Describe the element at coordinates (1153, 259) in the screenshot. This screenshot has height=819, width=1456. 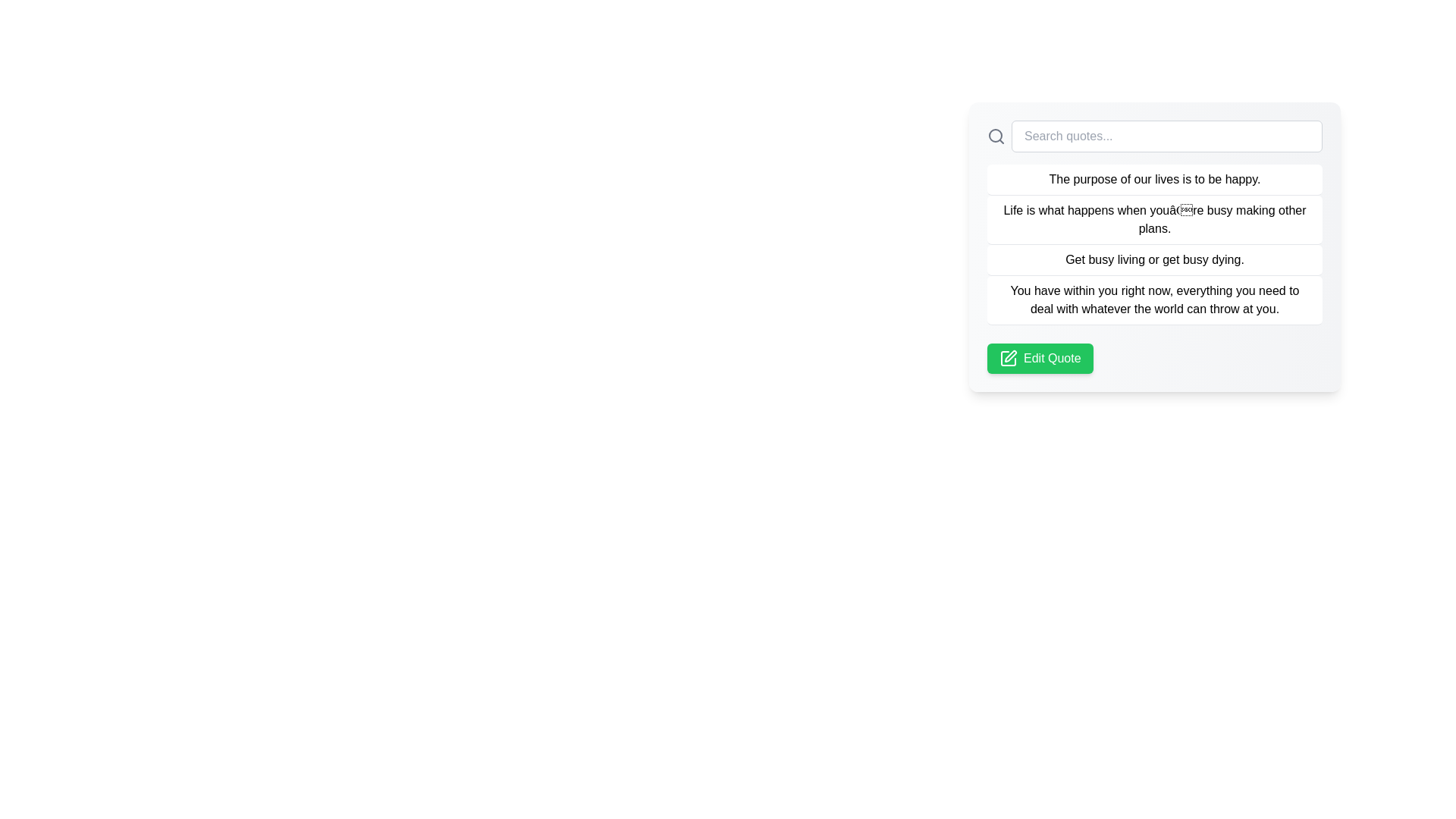
I see `the static text block that reads 'Get busy living or get busy dying.' which is the third line in the list of quotes` at that location.